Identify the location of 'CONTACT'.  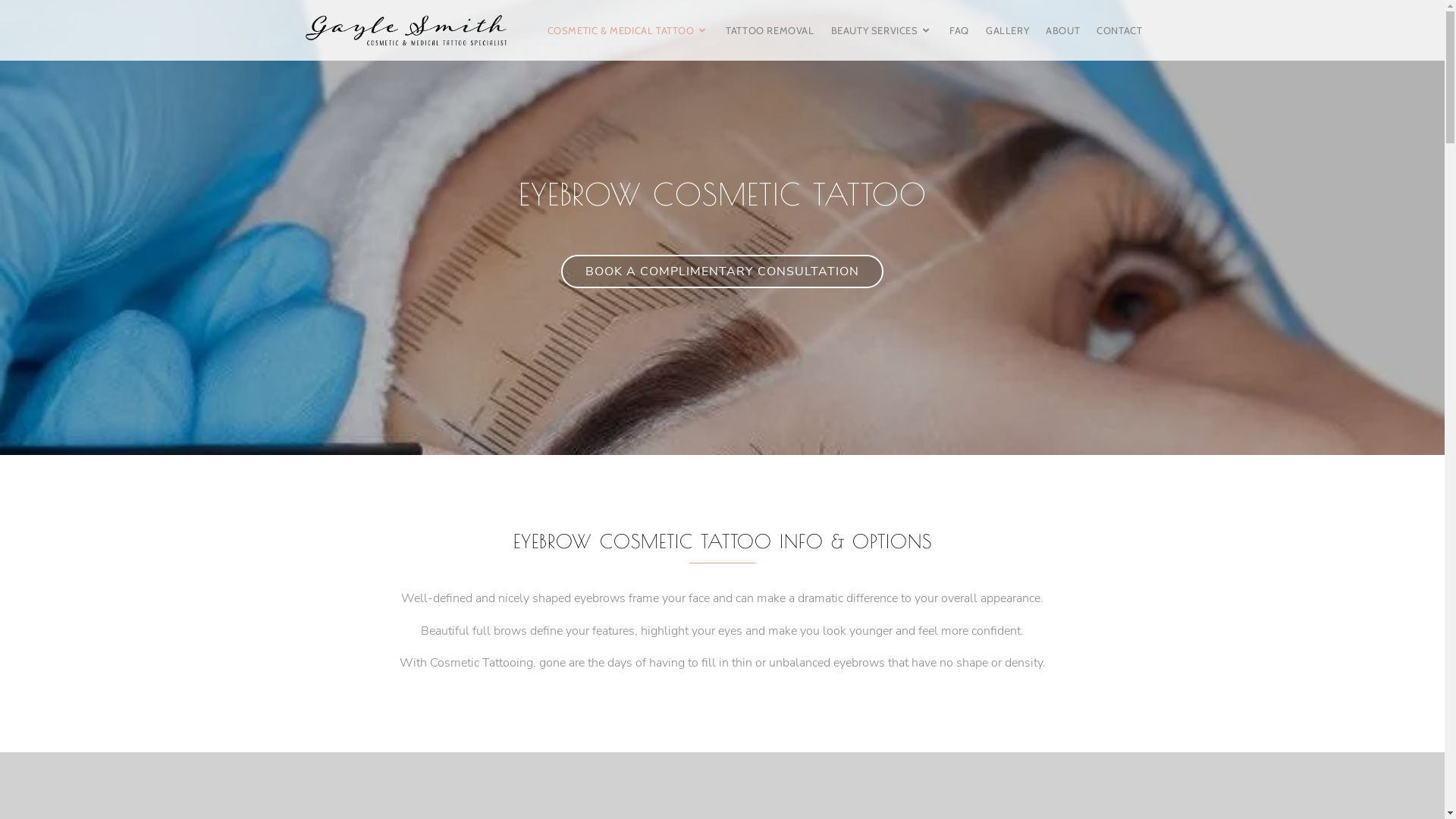
(1119, 30).